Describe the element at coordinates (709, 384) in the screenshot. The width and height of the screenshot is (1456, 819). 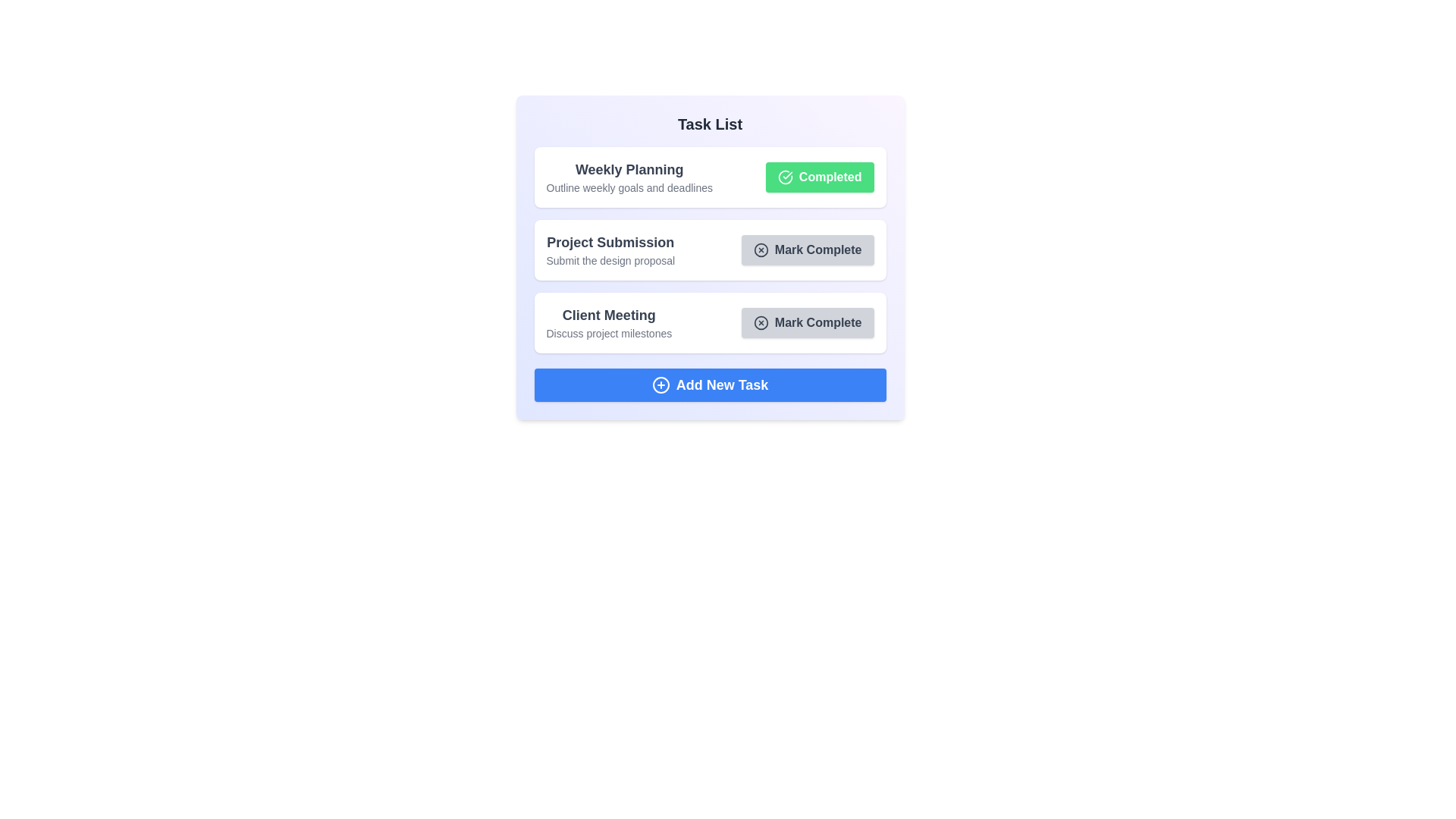
I see `the 'Add New Task' button to initiate the task creation process` at that location.